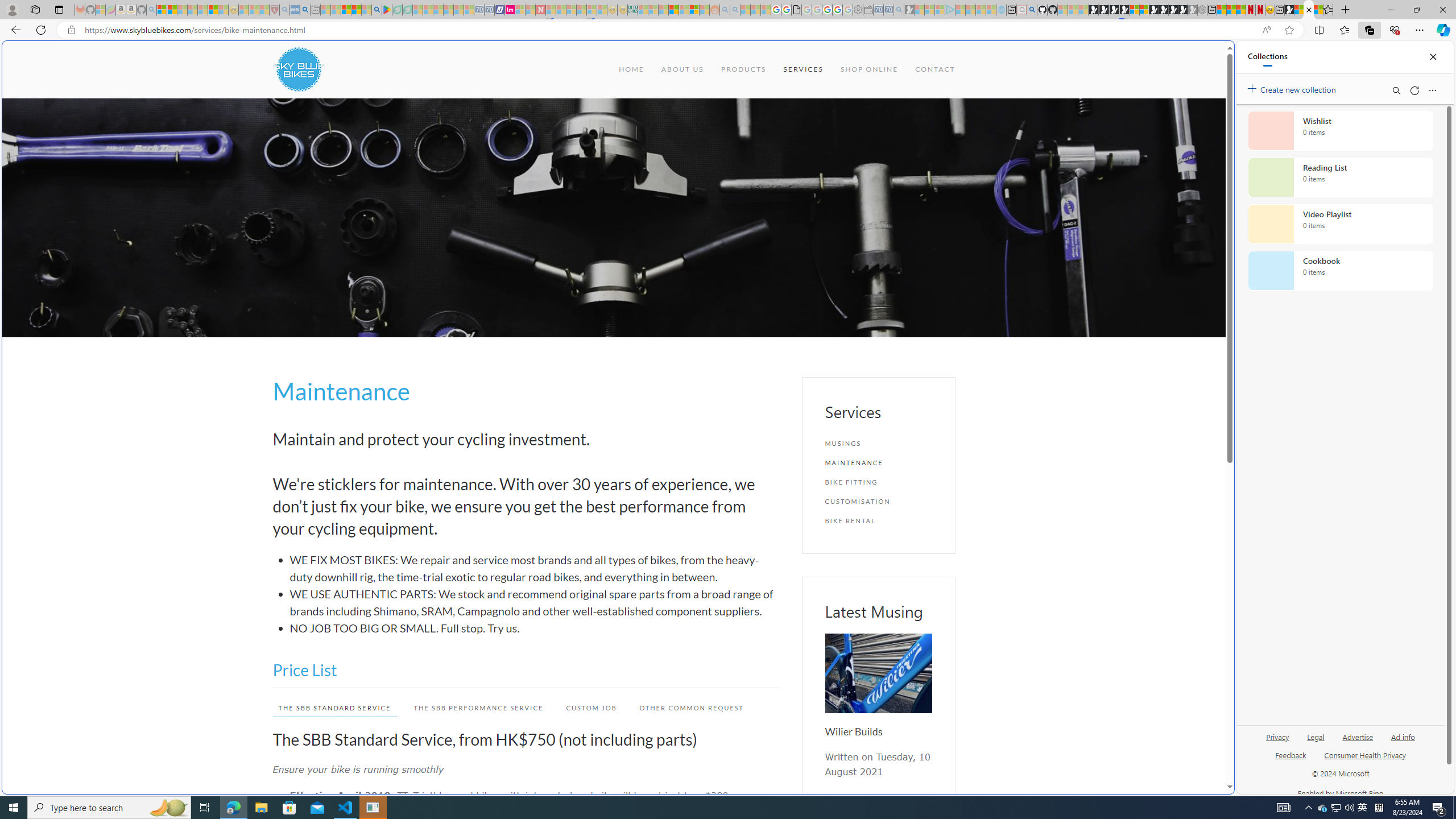  I want to click on 'MAINTENANCE', so click(878, 462).